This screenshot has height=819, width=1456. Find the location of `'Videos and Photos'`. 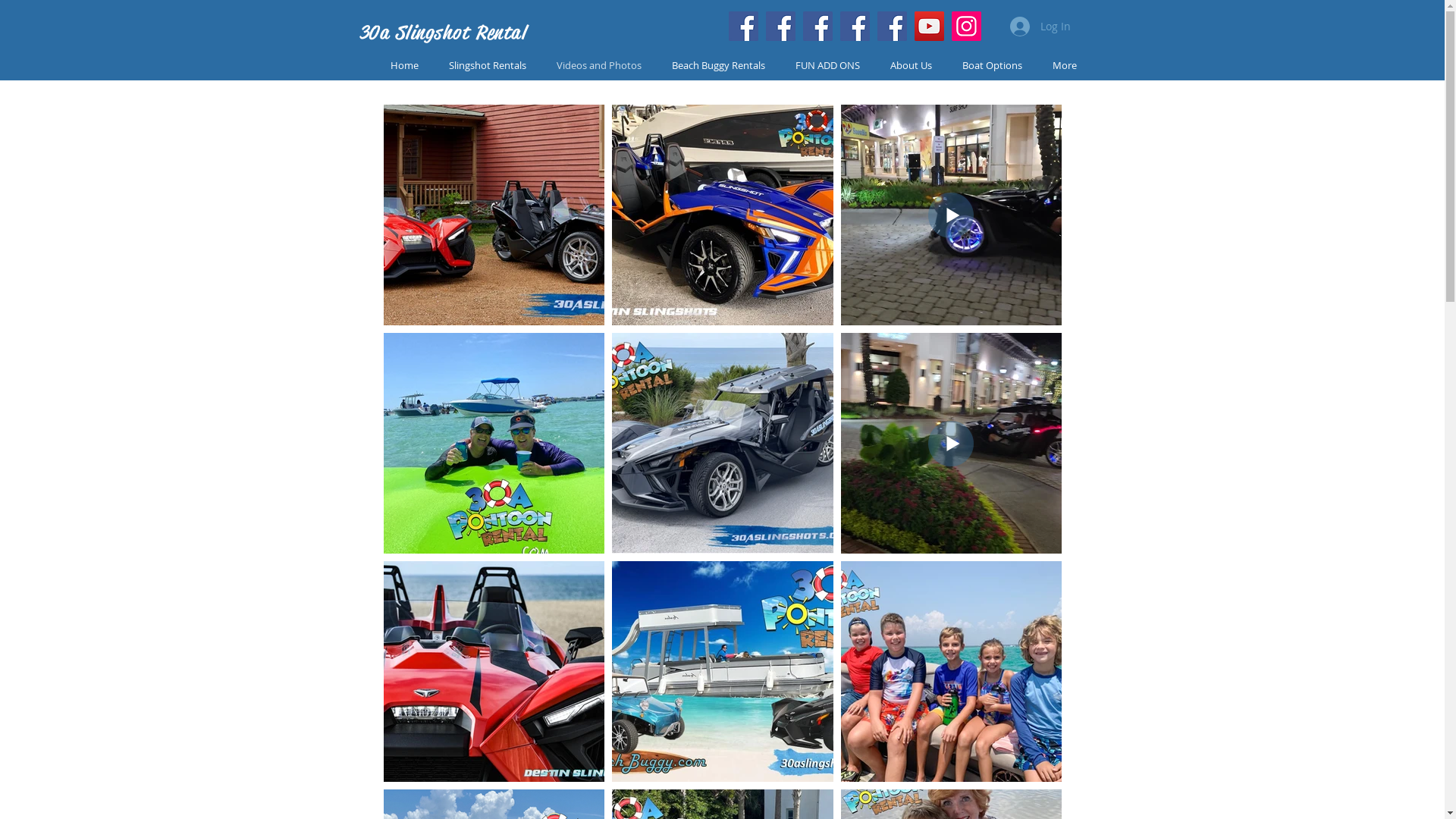

'Videos and Photos' is located at coordinates (598, 64).